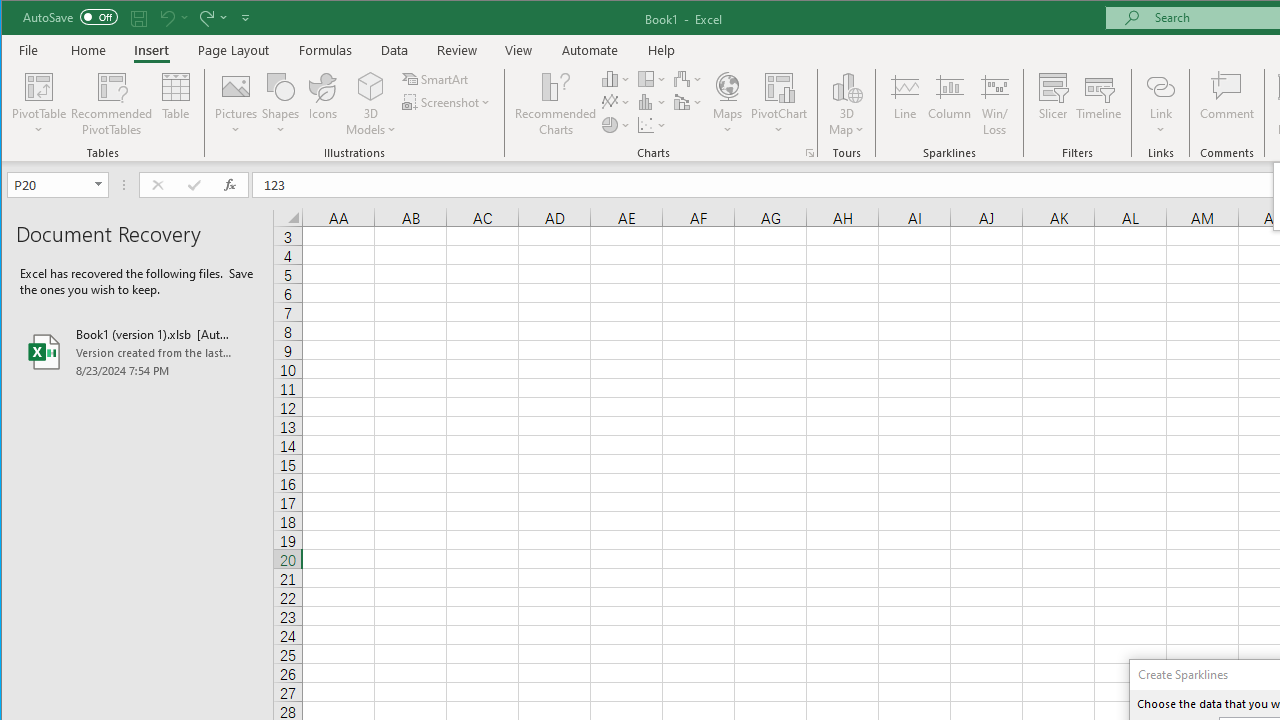 The image size is (1280, 720). What do you see at coordinates (903, 104) in the screenshot?
I see `'Line'` at bounding box center [903, 104].